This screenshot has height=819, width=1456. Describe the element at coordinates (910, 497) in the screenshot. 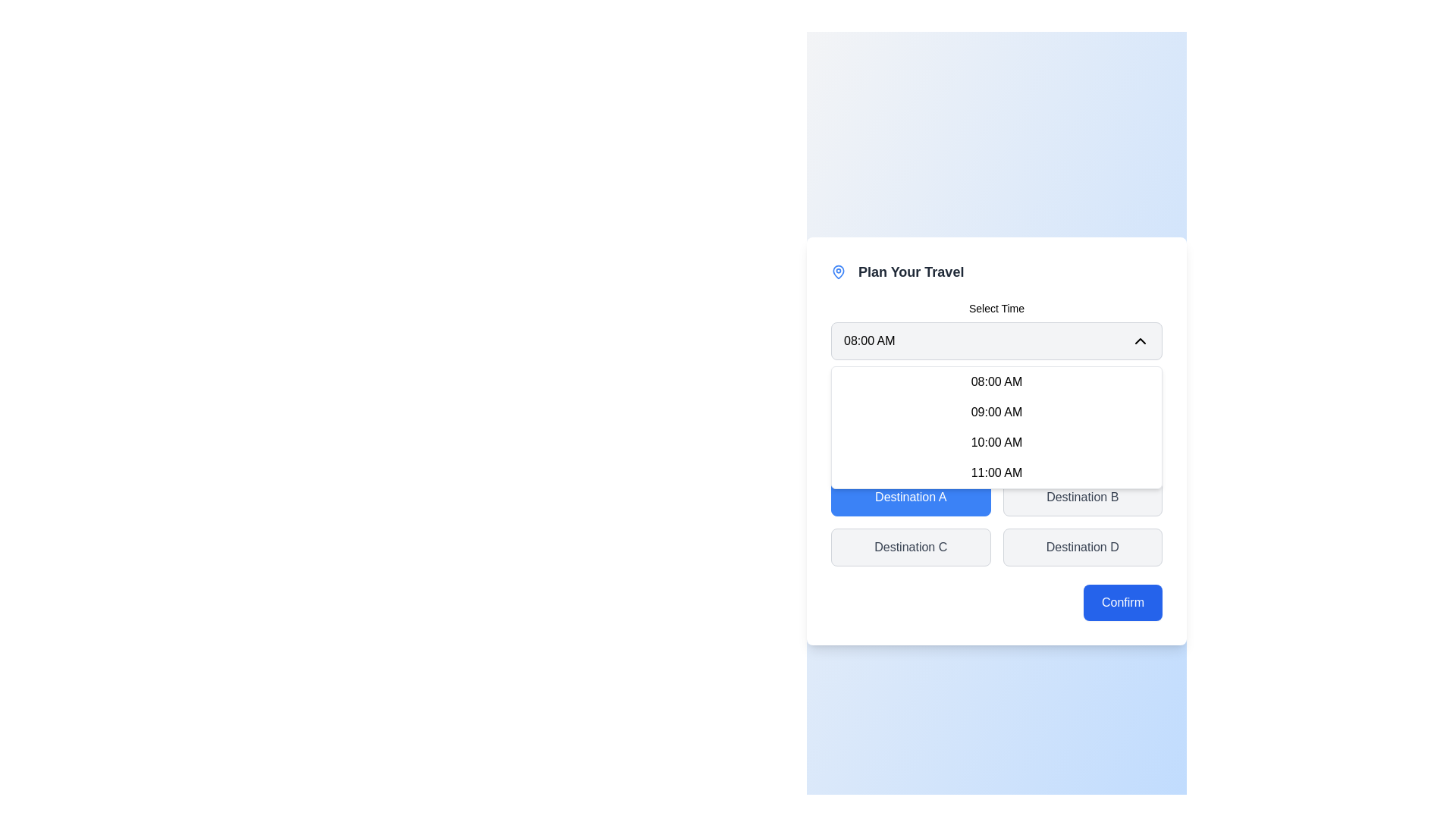

I see `the button labeled 'Destination A', which is a blue rectangular button with white text and rounded corners, positioned at the top-left of a grid layout` at that location.